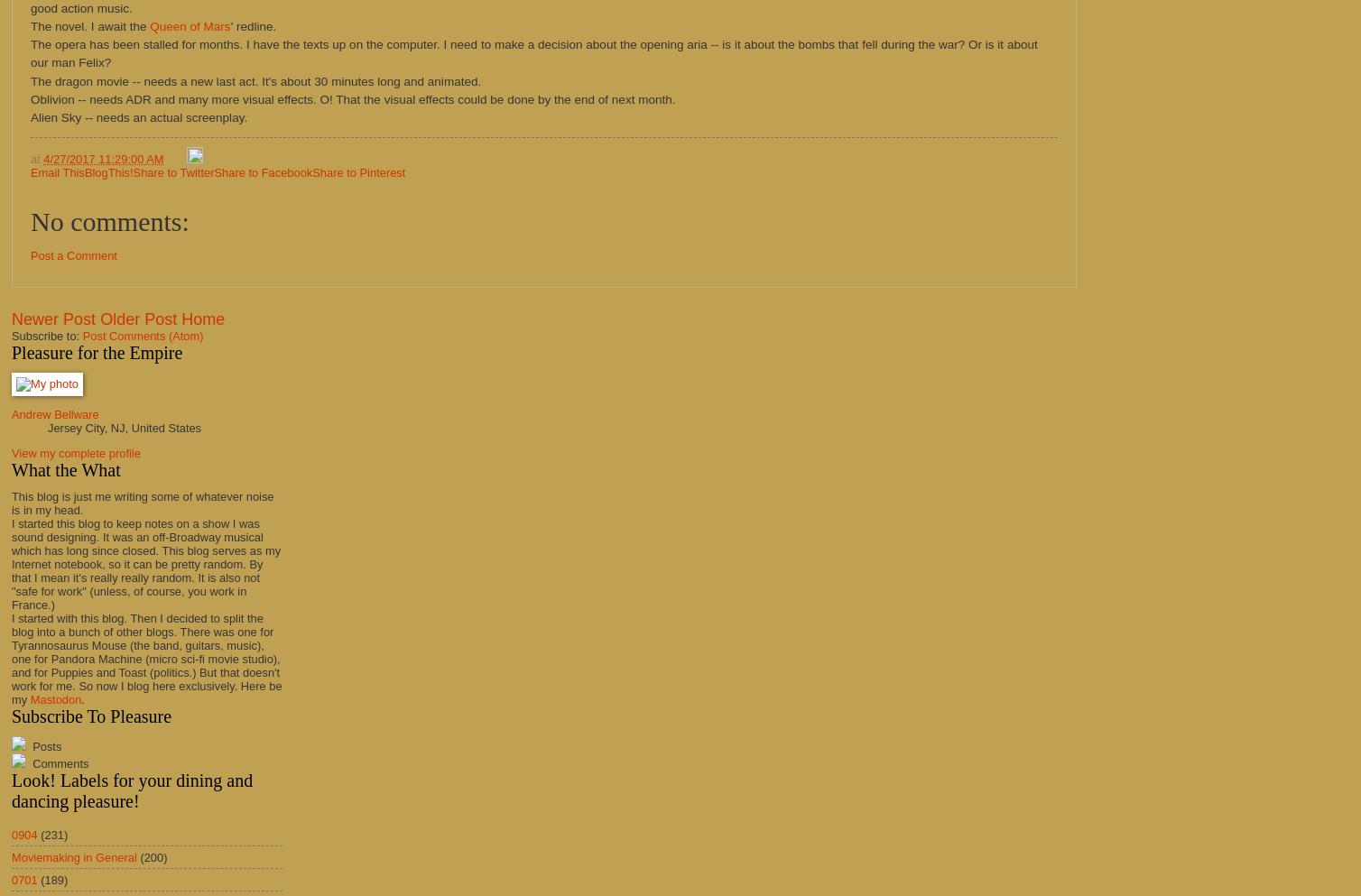 This screenshot has width=1361, height=896. Describe the element at coordinates (47, 427) in the screenshot. I see `'Jersey City, NJ, United States'` at that location.